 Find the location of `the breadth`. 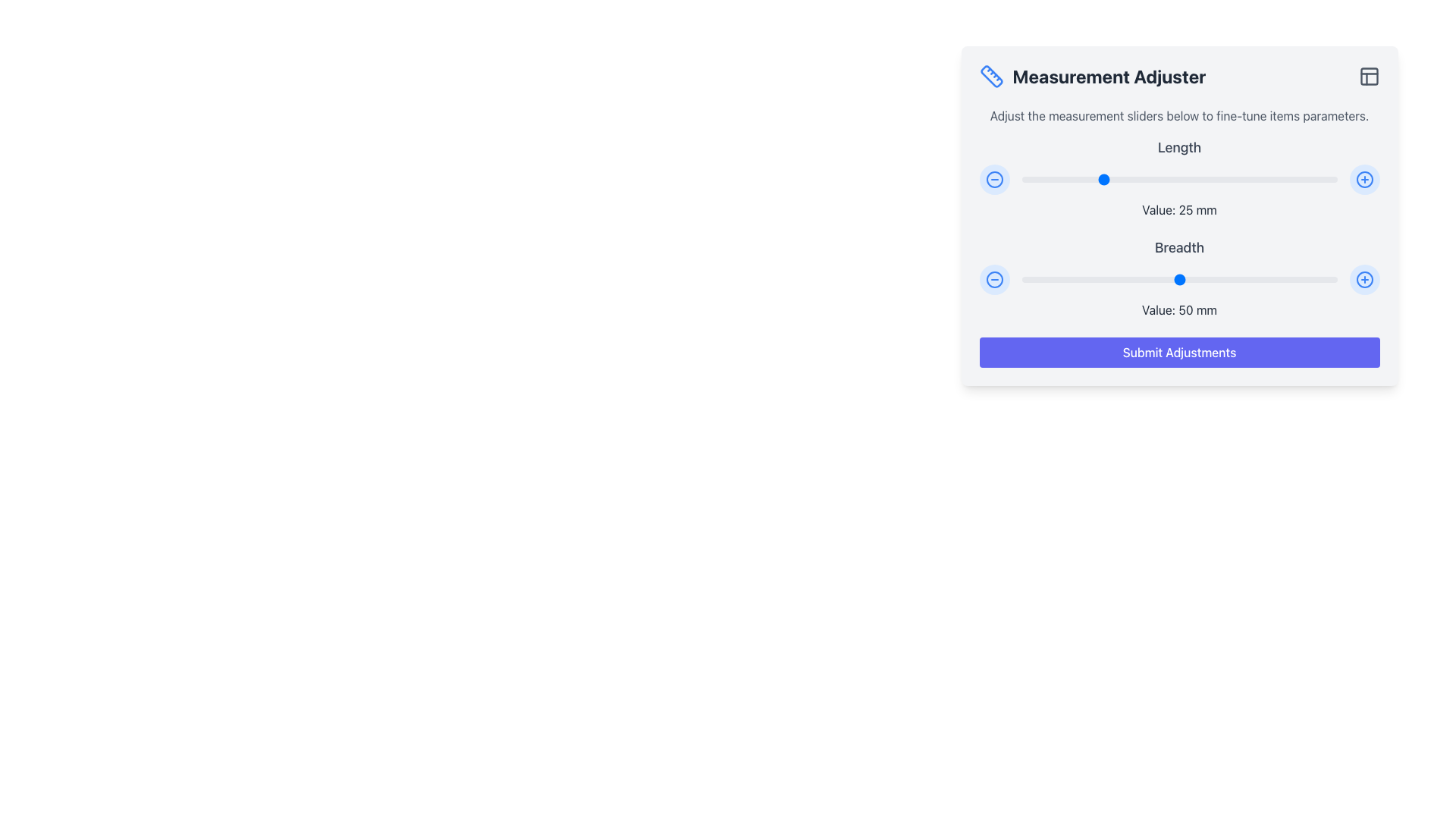

the breadth is located at coordinates (1295, 280).